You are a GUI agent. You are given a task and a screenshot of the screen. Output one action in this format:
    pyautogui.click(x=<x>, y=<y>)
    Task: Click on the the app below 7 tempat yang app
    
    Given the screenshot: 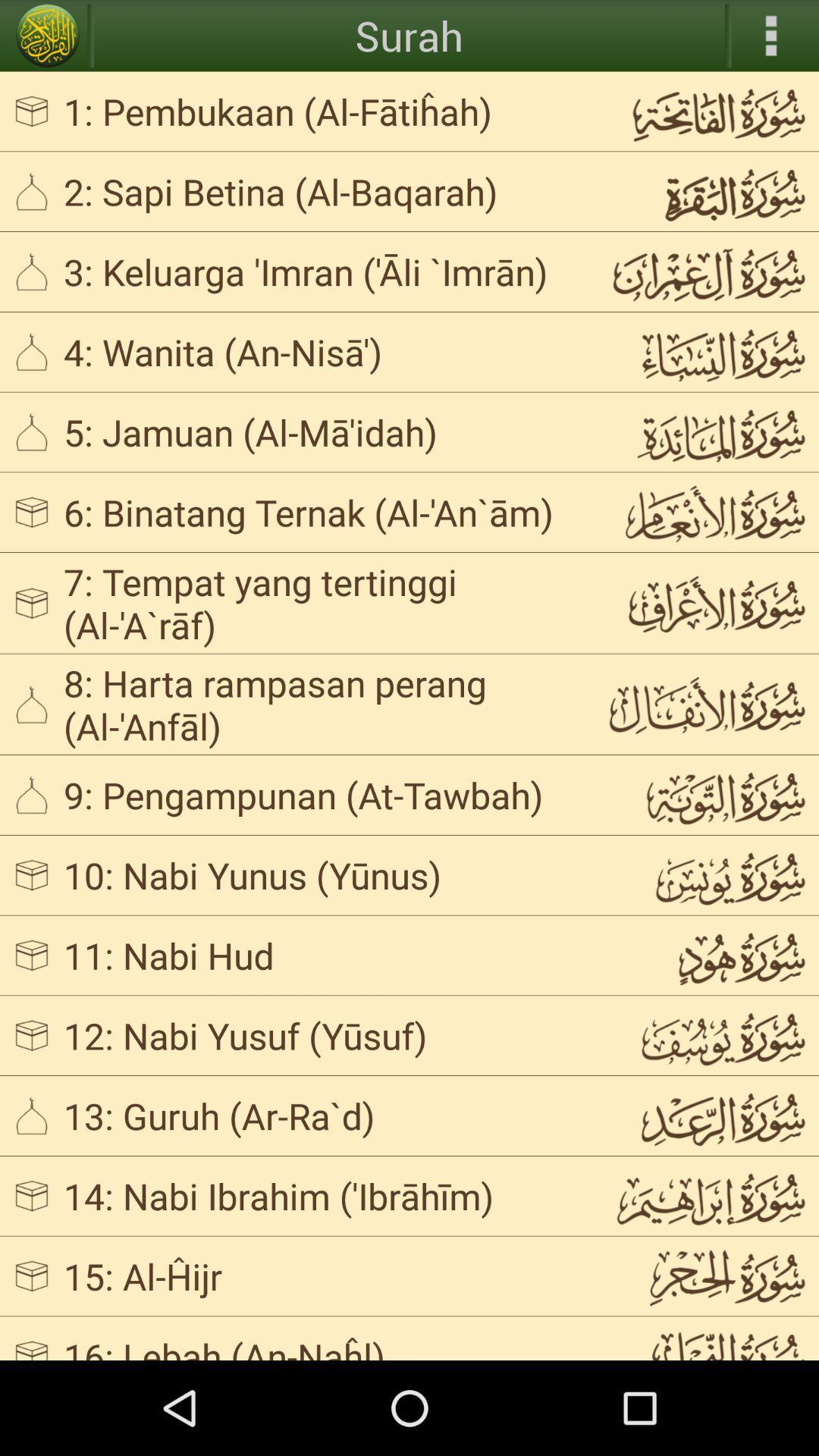 What is the action you would take?
    pyautogui.click(x=322, y=703)
    